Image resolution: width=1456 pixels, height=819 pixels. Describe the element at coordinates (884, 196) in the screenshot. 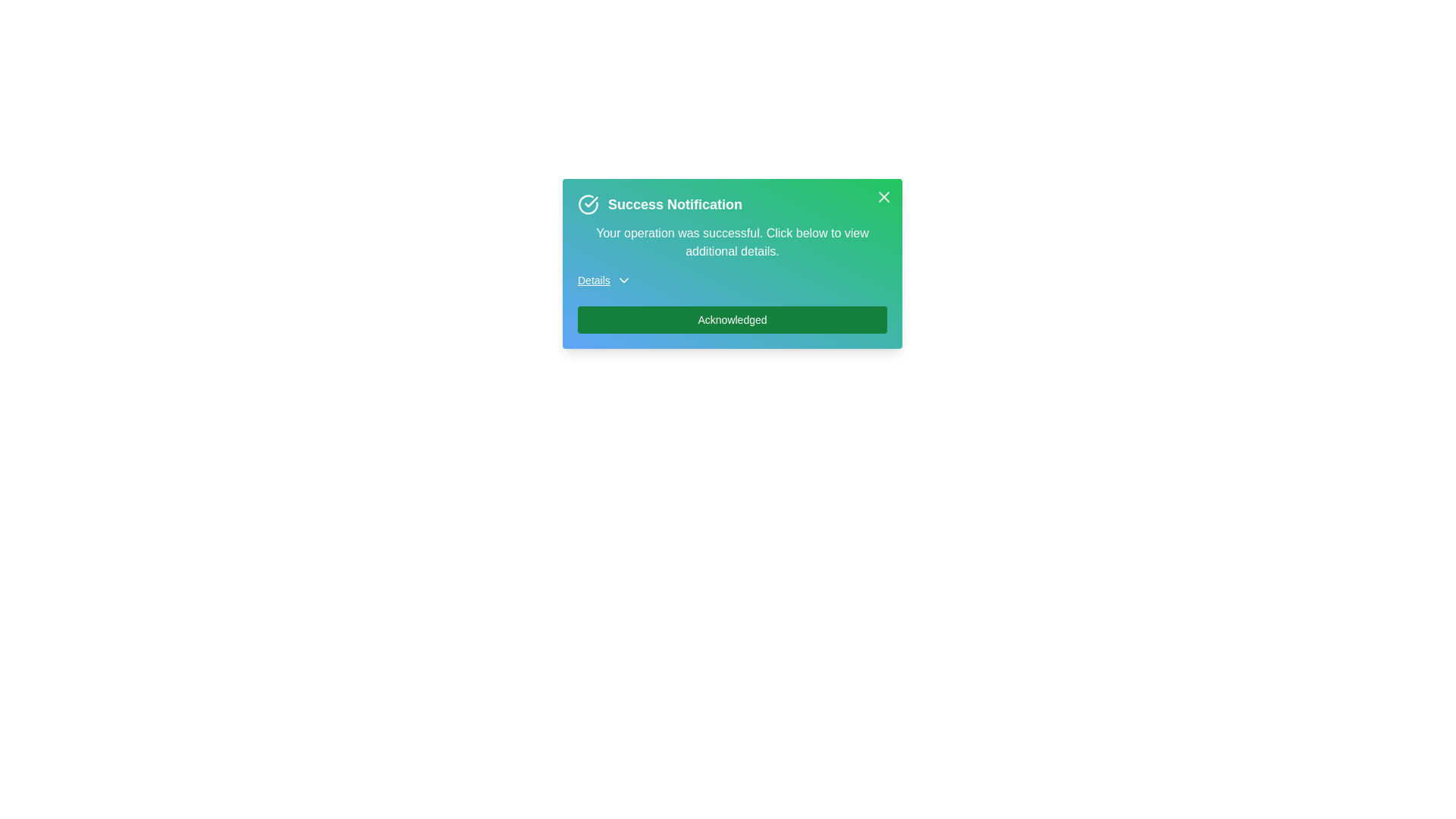

I see `the close button to dismiss the alert` at that location.